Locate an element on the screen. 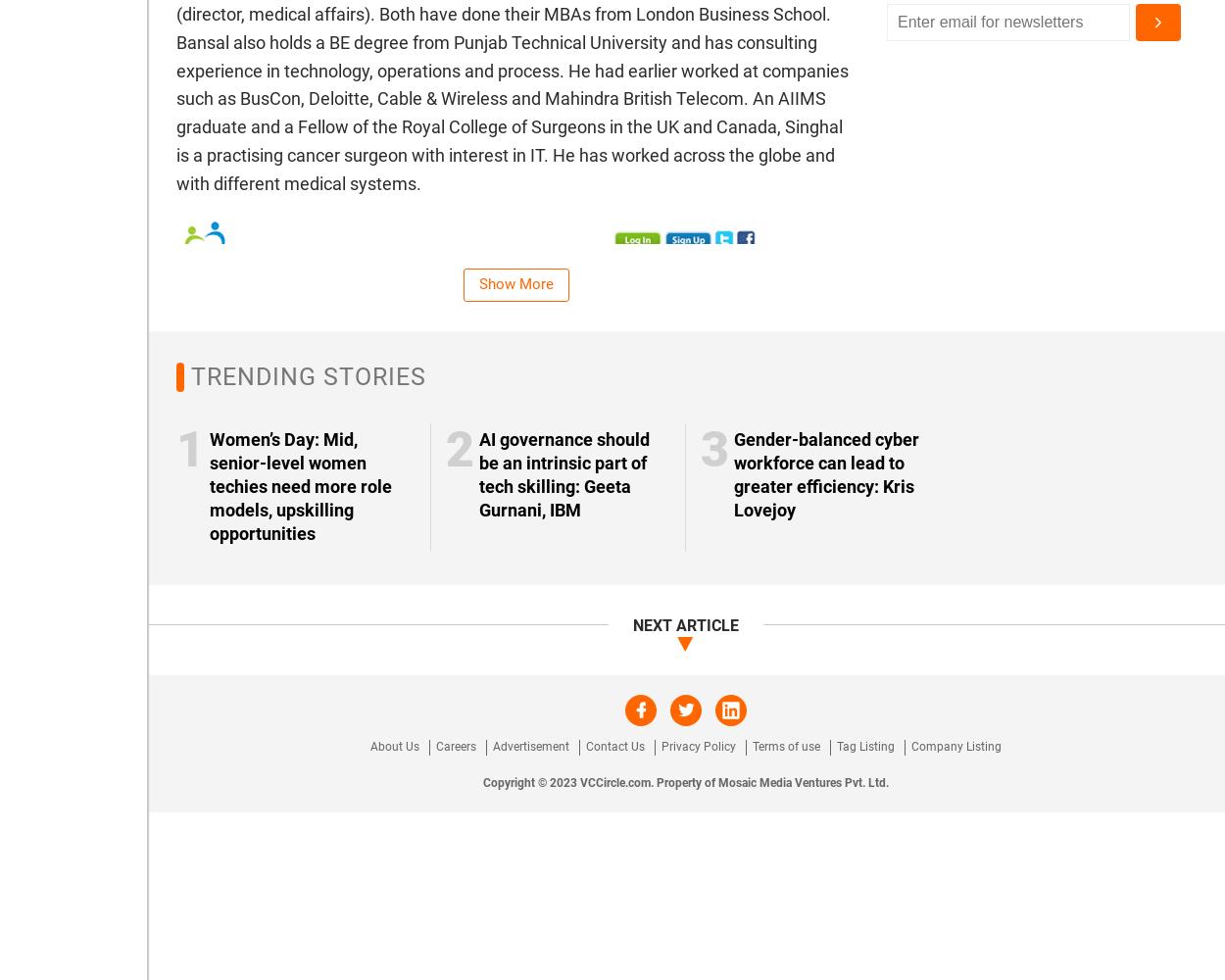 This screenshot has width=1225, height=980. 'Next Article' is located at coordinates (685, 624).